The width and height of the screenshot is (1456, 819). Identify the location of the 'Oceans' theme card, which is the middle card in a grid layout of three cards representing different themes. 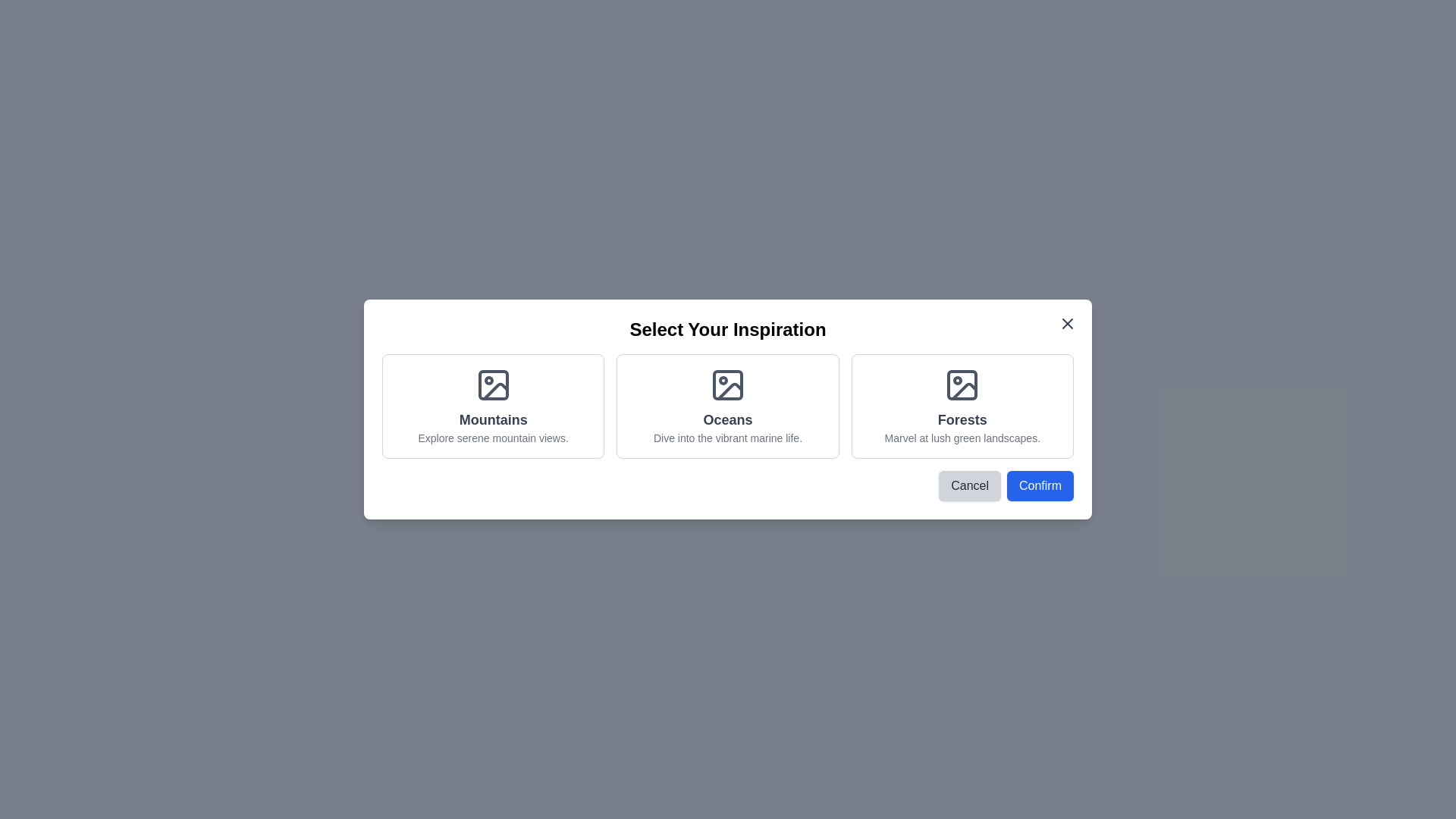
(728, 406).